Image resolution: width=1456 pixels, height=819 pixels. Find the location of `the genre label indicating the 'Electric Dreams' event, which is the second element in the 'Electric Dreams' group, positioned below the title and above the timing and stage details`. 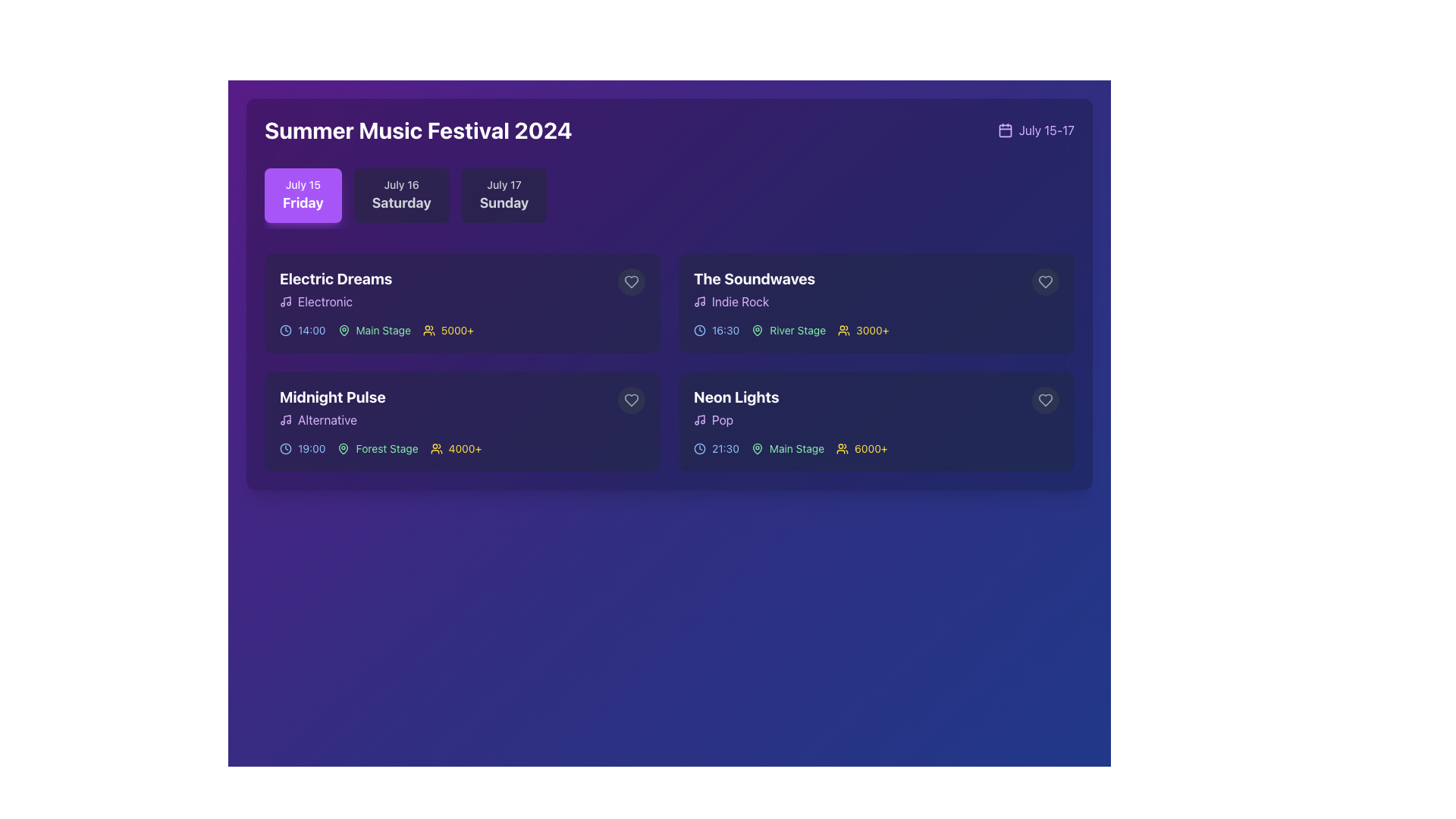

the genre label indicating the 'Electric Dreams' event, which is the second element in the 'Electric Dreams' group, positioned below the title and above the timing and stage details is located at coordinates (335, 301).